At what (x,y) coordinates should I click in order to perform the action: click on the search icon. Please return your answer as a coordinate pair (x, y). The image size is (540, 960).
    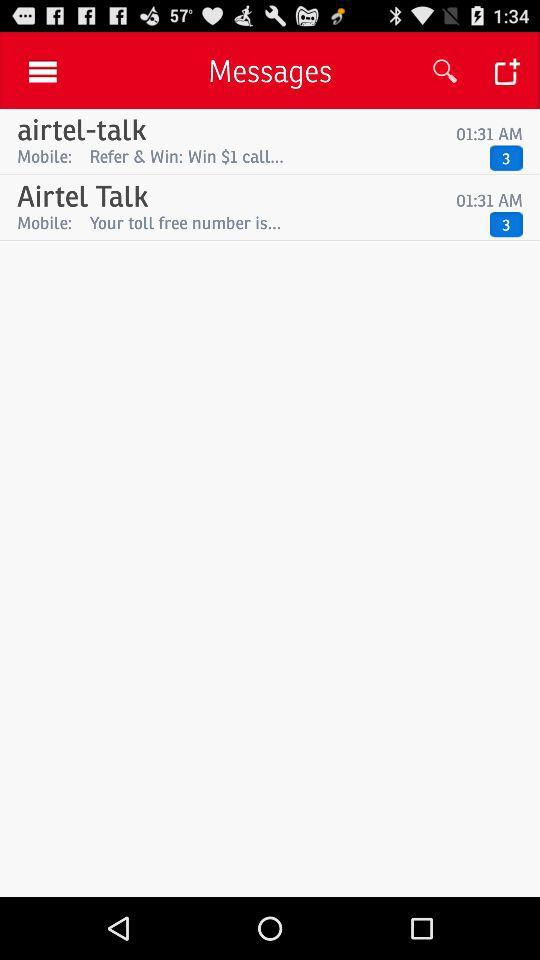
    Looking at the image, I should click on (445, 76).